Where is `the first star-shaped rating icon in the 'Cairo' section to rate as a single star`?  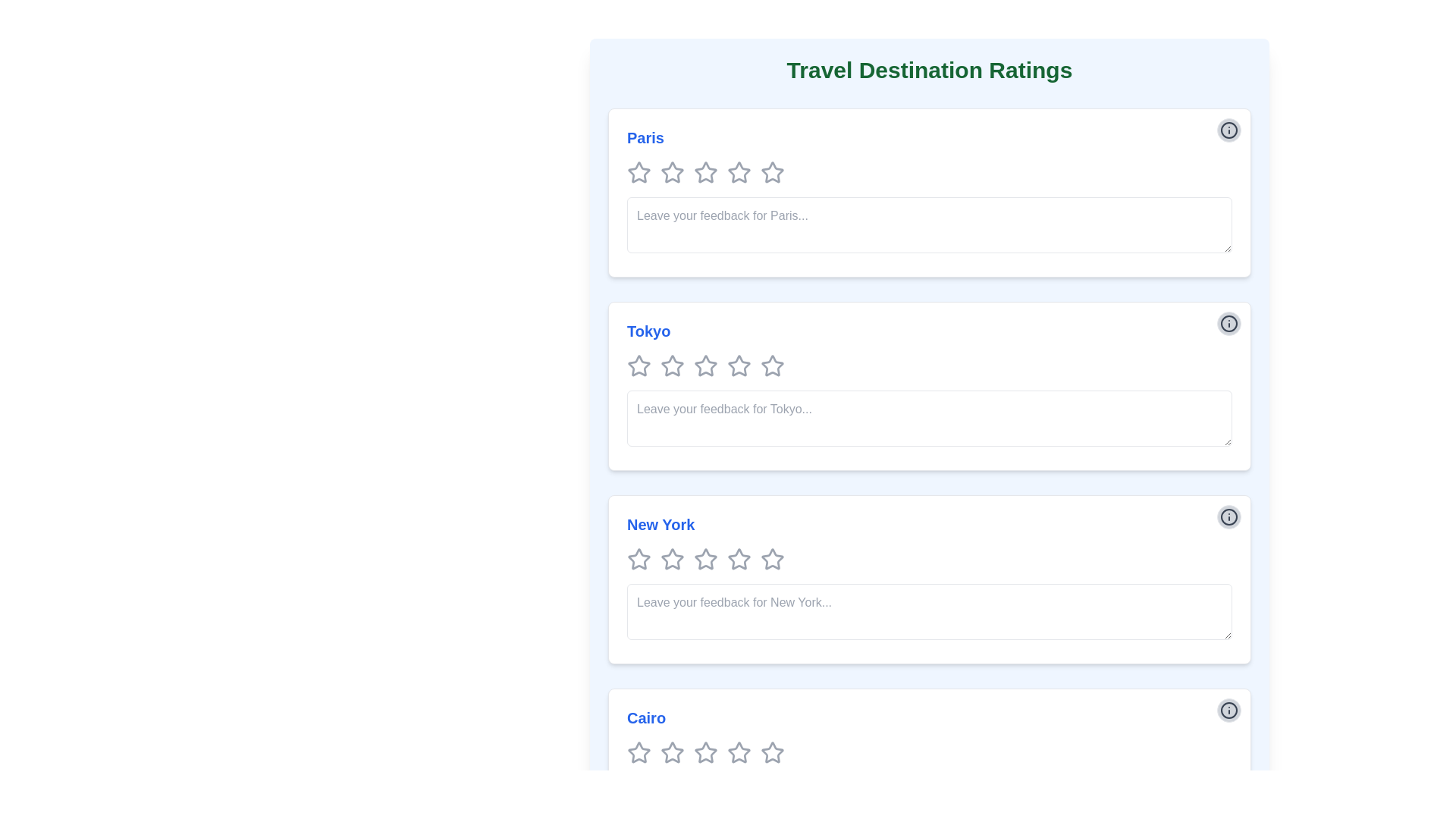 the first star-shaped rating icon in the 'Cairo' section to rate as a single star is located at coordinates (639, 752).